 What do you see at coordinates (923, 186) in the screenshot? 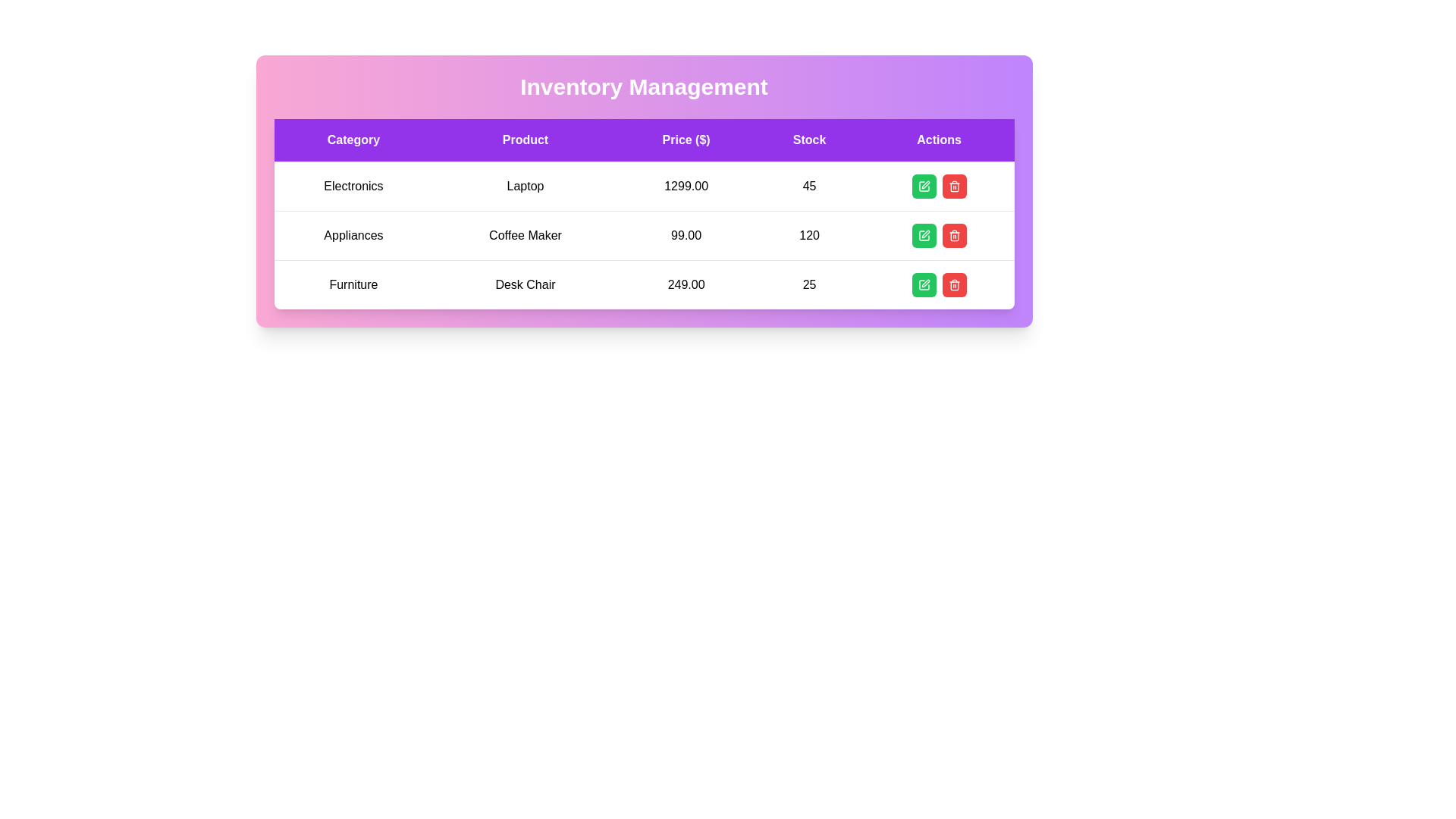
I see `the edit button in the 'Actions' column of the first row for the 'Electronics - Laptop' entry` at bounding box center [923, 186].